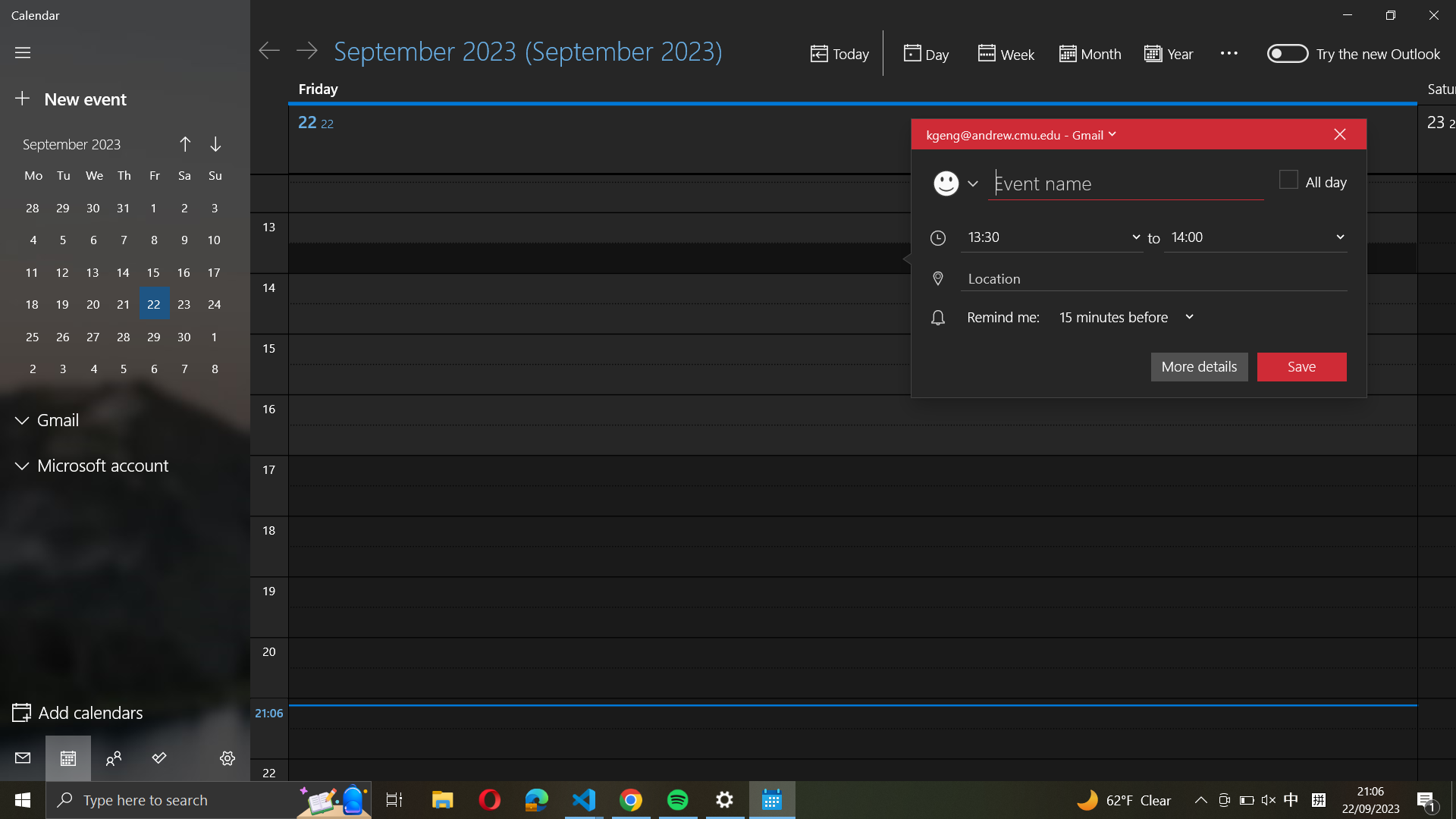 The height and width of the screenshot is (819, 1456). What do you see at coordinates (1019, 133) in the screenshot?
I see `the event account details` at bounding box center [1019, 133].